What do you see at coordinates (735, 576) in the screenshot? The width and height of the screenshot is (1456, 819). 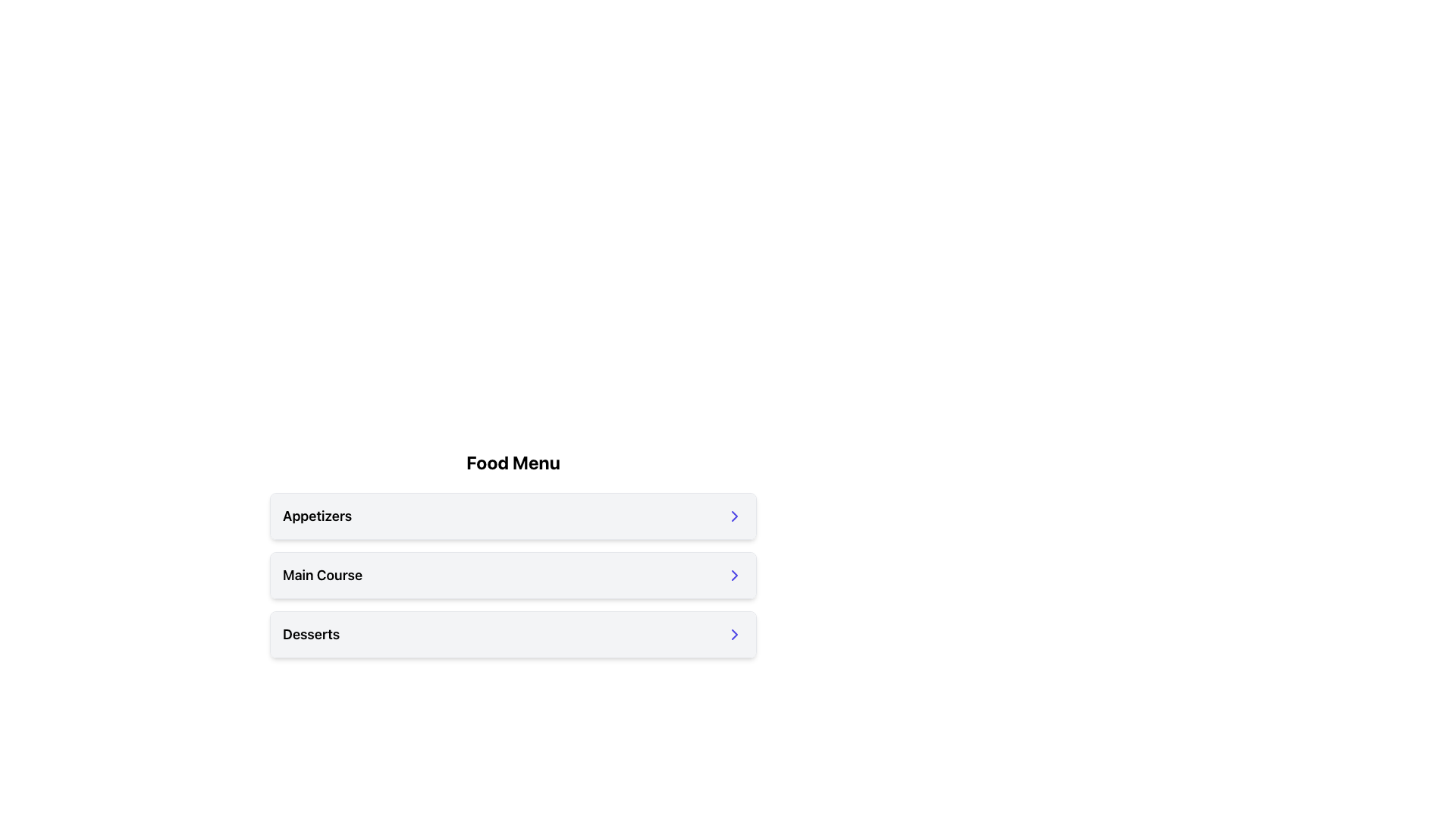 I see `the visual indicator icon located at the far right of the 'Main Course' menu item in the 'Food Menu' list` at bounding box center [735, 576].